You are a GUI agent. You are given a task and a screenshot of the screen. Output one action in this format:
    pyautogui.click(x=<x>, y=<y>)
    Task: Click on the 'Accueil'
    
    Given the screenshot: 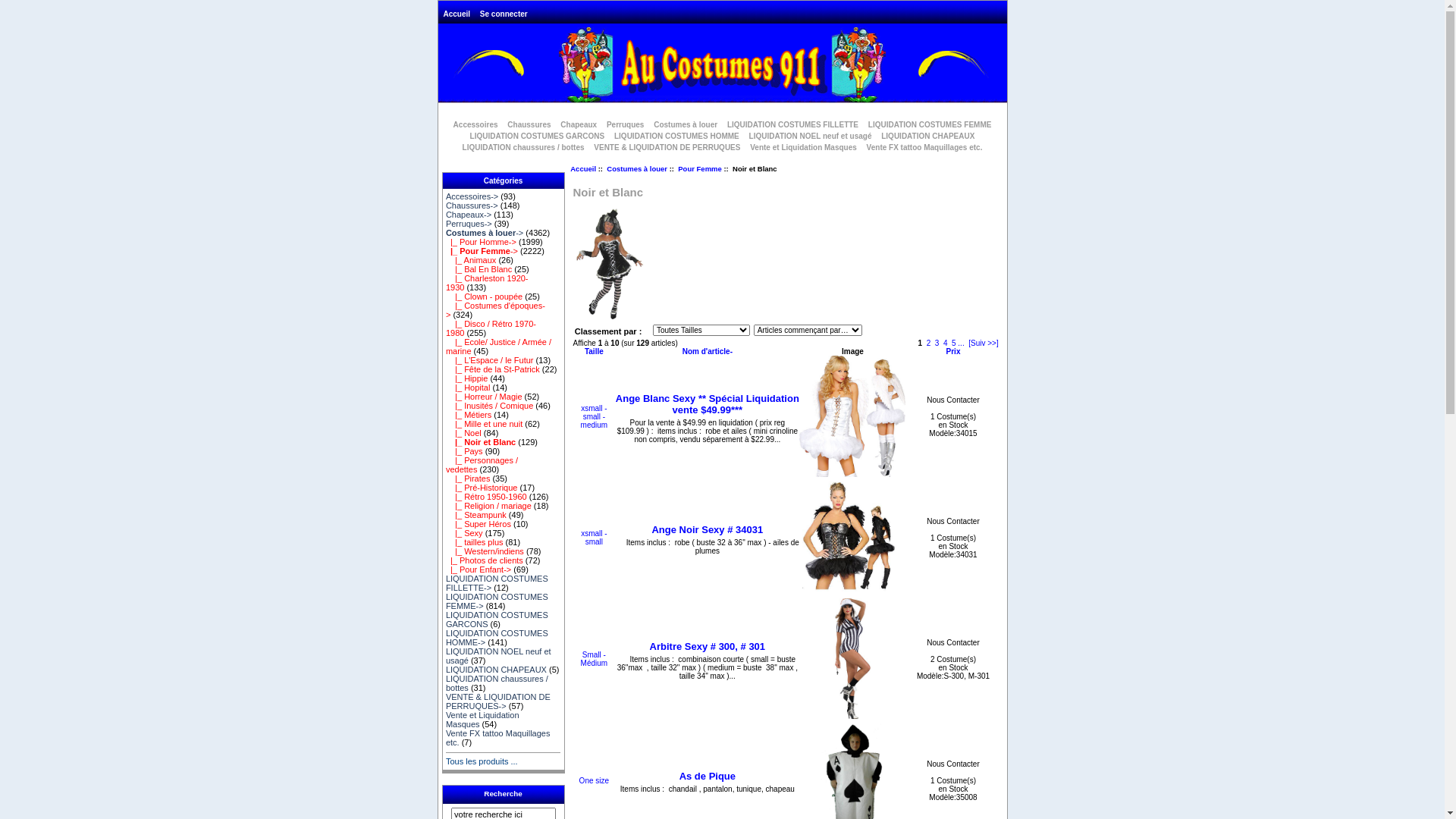 What is the action you would take?
    pyautogui.click(x=582, y=168)
    